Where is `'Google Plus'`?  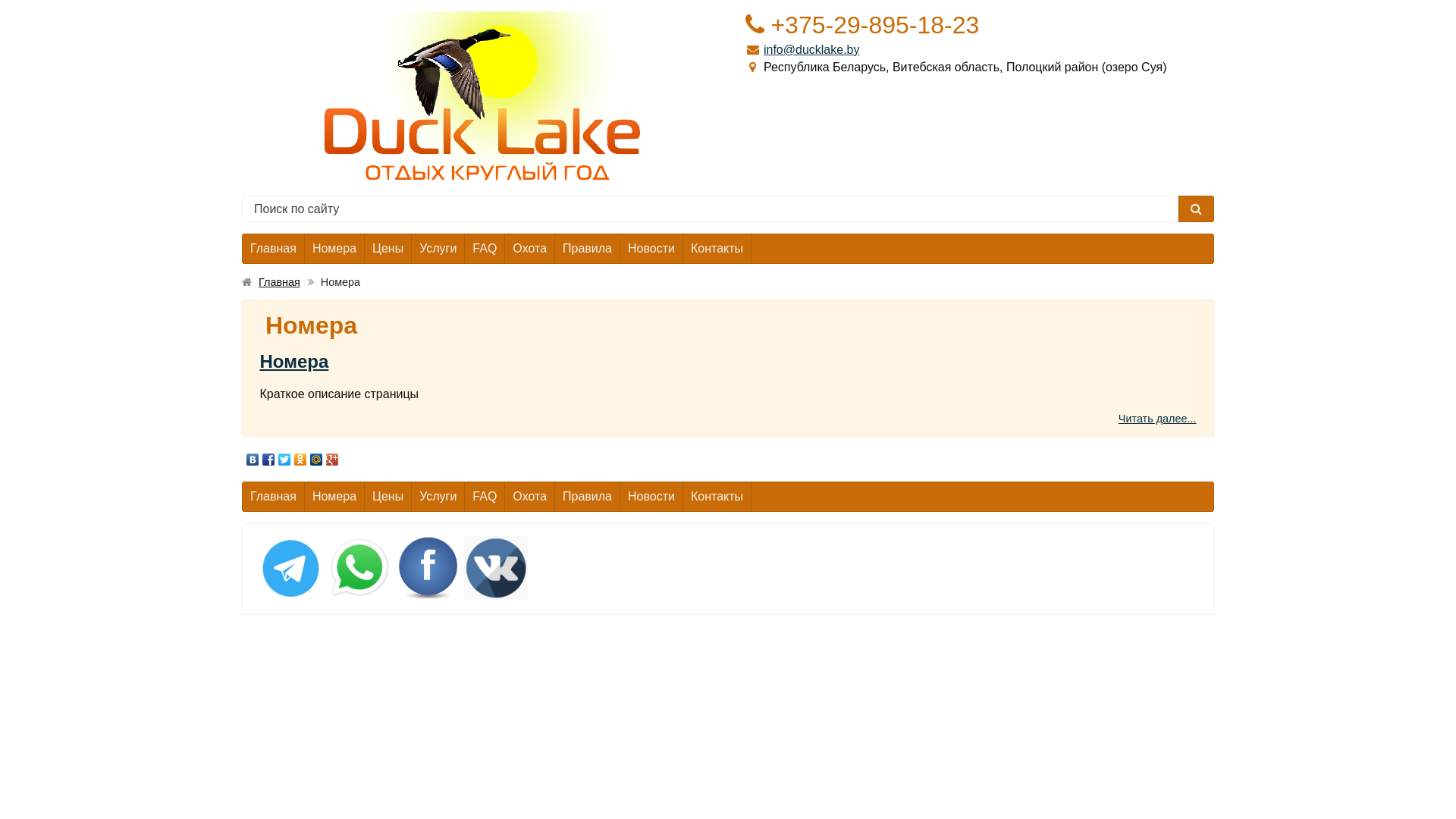
'Google Plus' is located at coordinates (331, 458).